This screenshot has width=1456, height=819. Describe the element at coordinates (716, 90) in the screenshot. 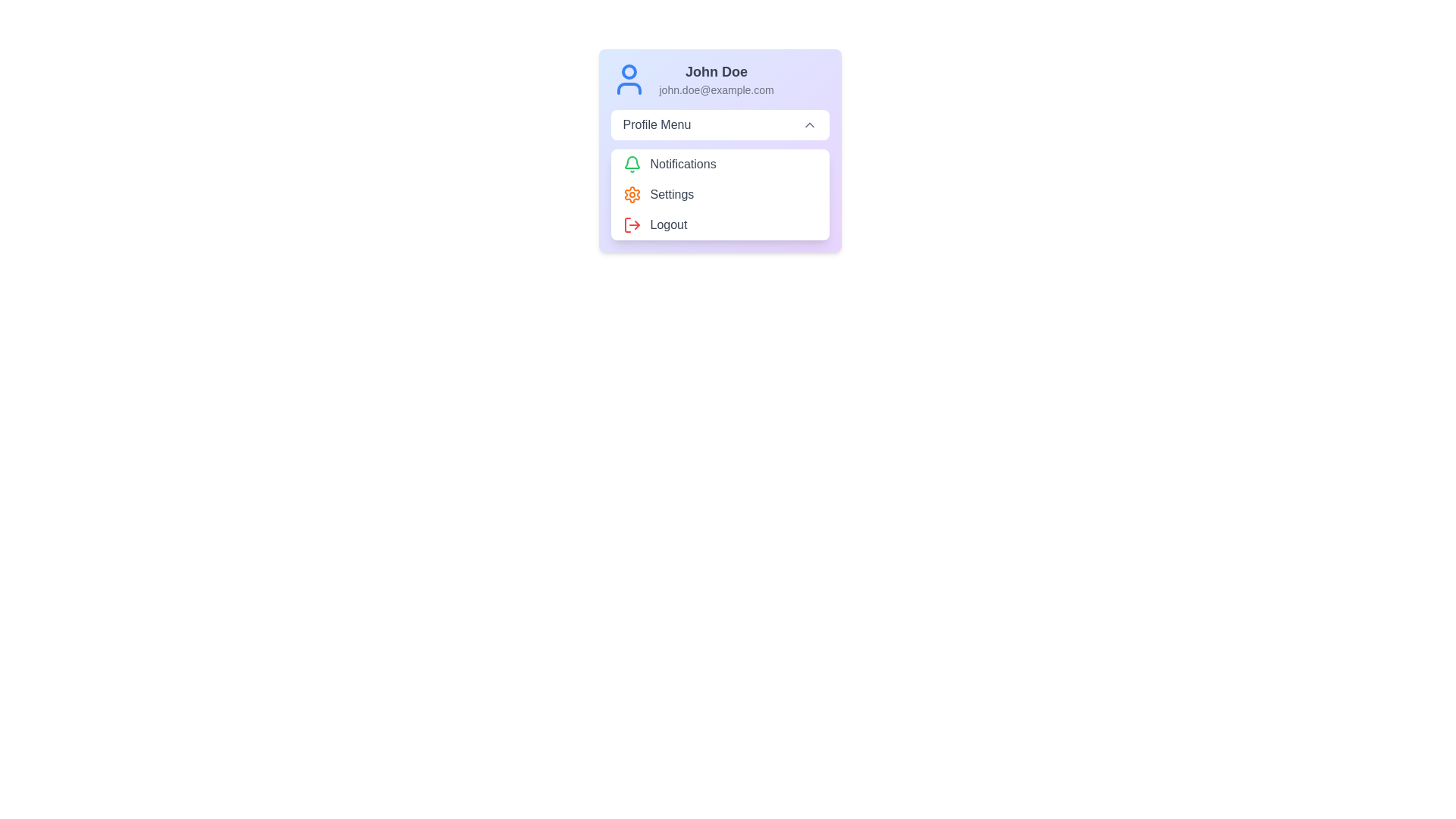

I see `the display text element that shows the email address 'john.doe@example.com', located below the bolded text 'John Doe' in the user profile card` at that location.